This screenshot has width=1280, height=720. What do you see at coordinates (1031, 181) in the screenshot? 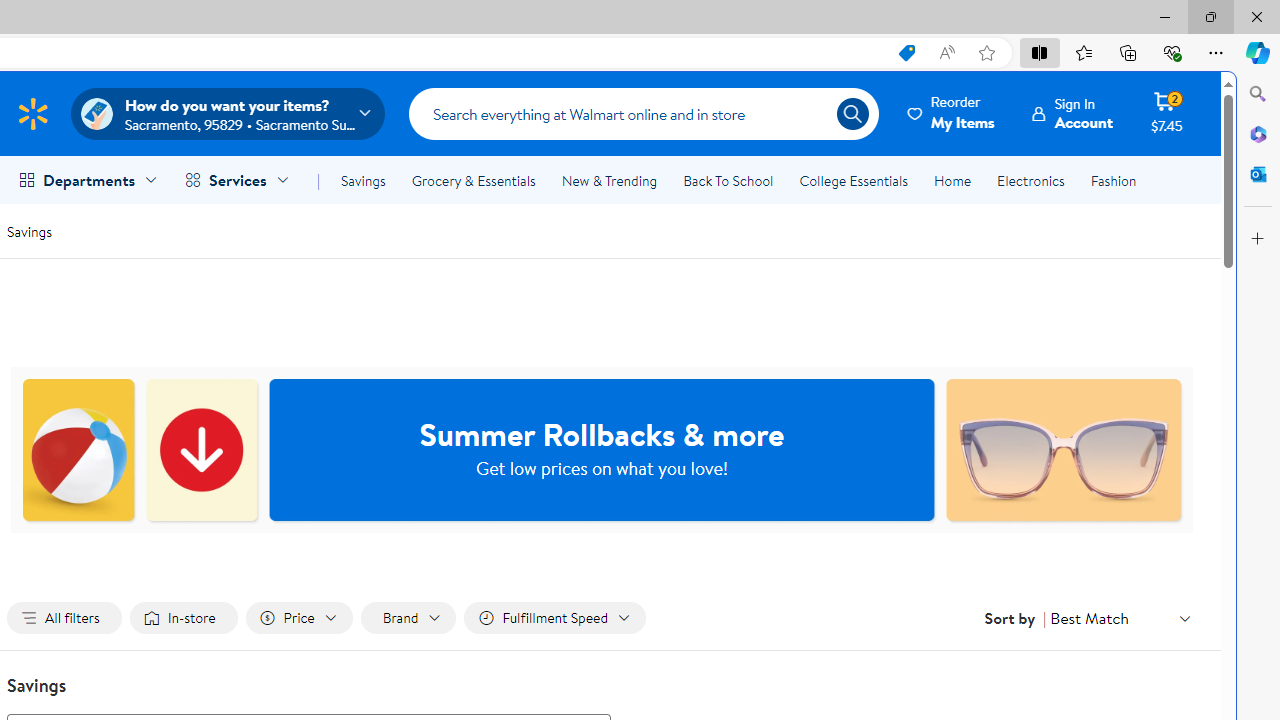
I see `'Electronics'` at bounding box center [1031, 181].